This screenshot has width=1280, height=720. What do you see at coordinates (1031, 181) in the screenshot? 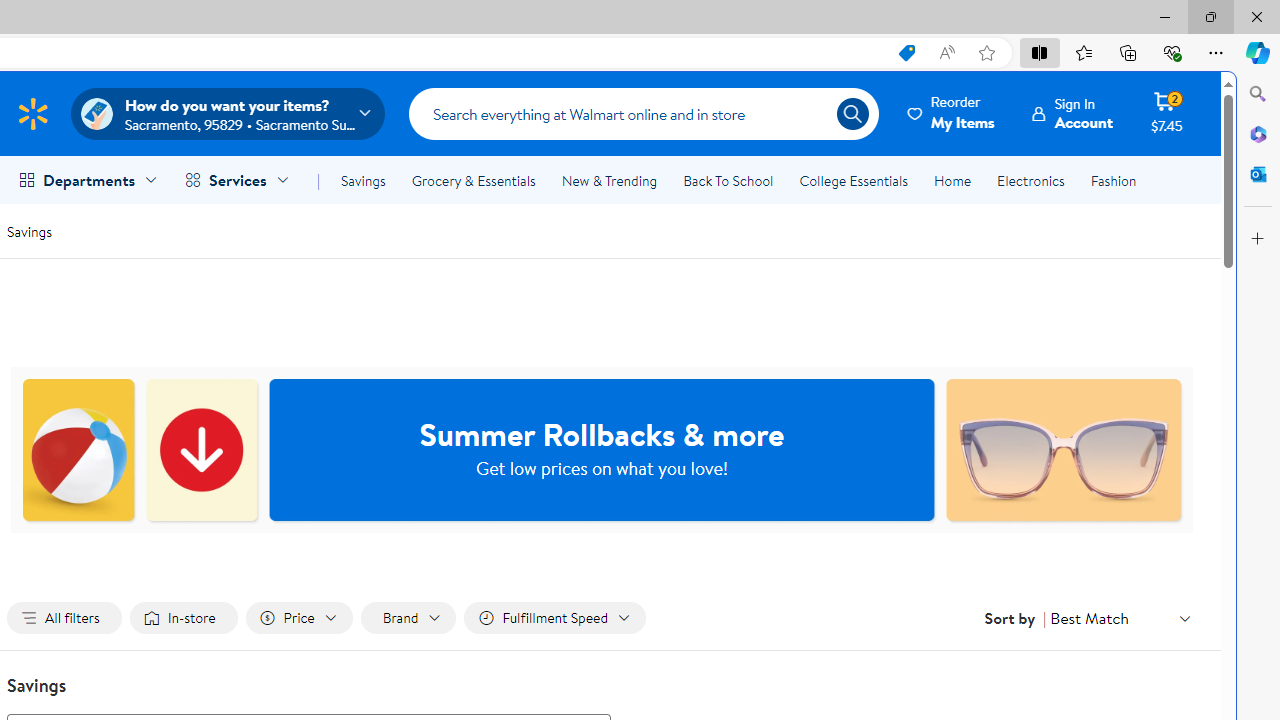
I see `'Electronics'` at bounding box center [1031, 181].